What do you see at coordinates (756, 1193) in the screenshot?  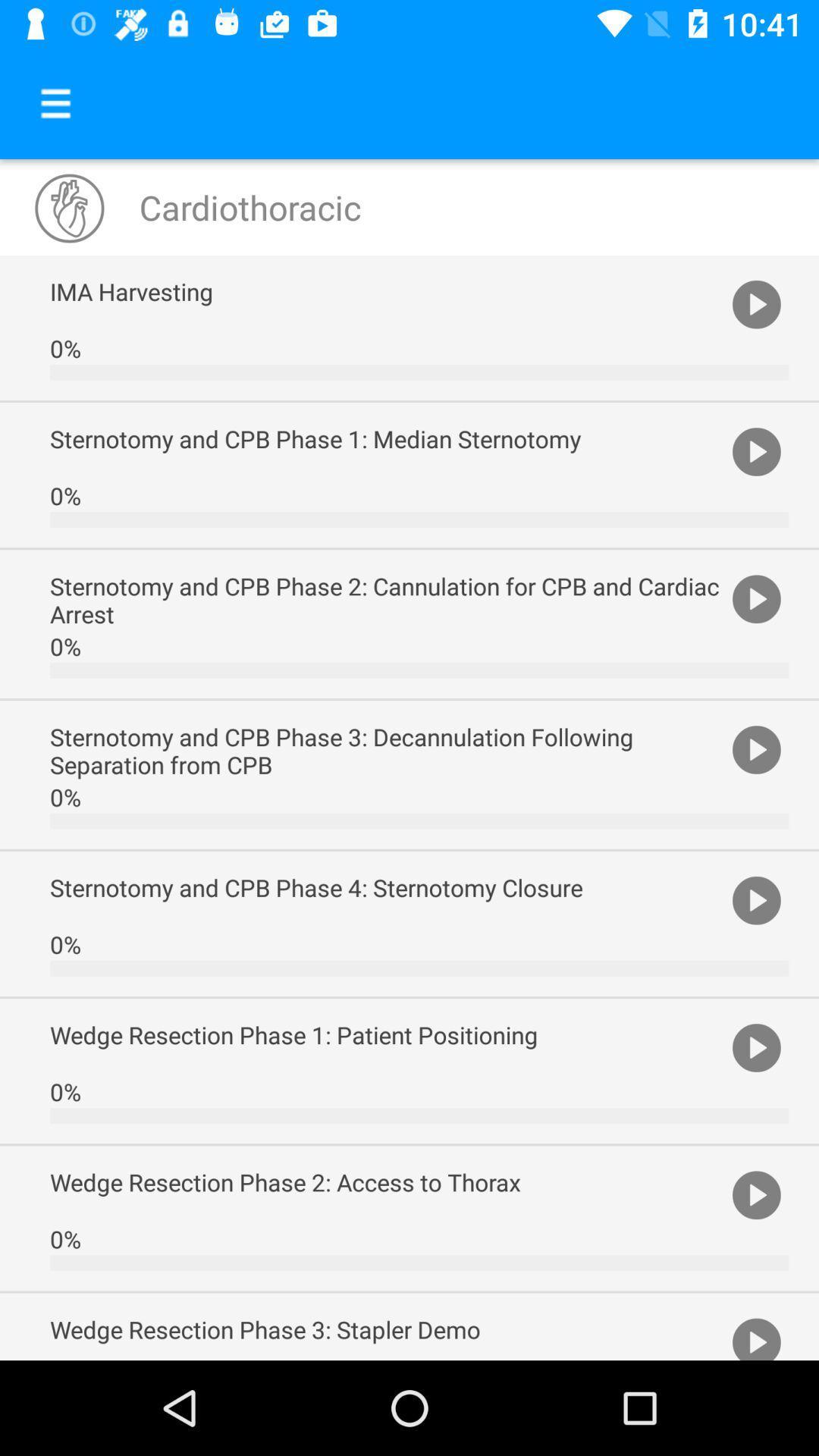 I see `icon to the right of wedge resection phase` at bounding box center [756, 1193].